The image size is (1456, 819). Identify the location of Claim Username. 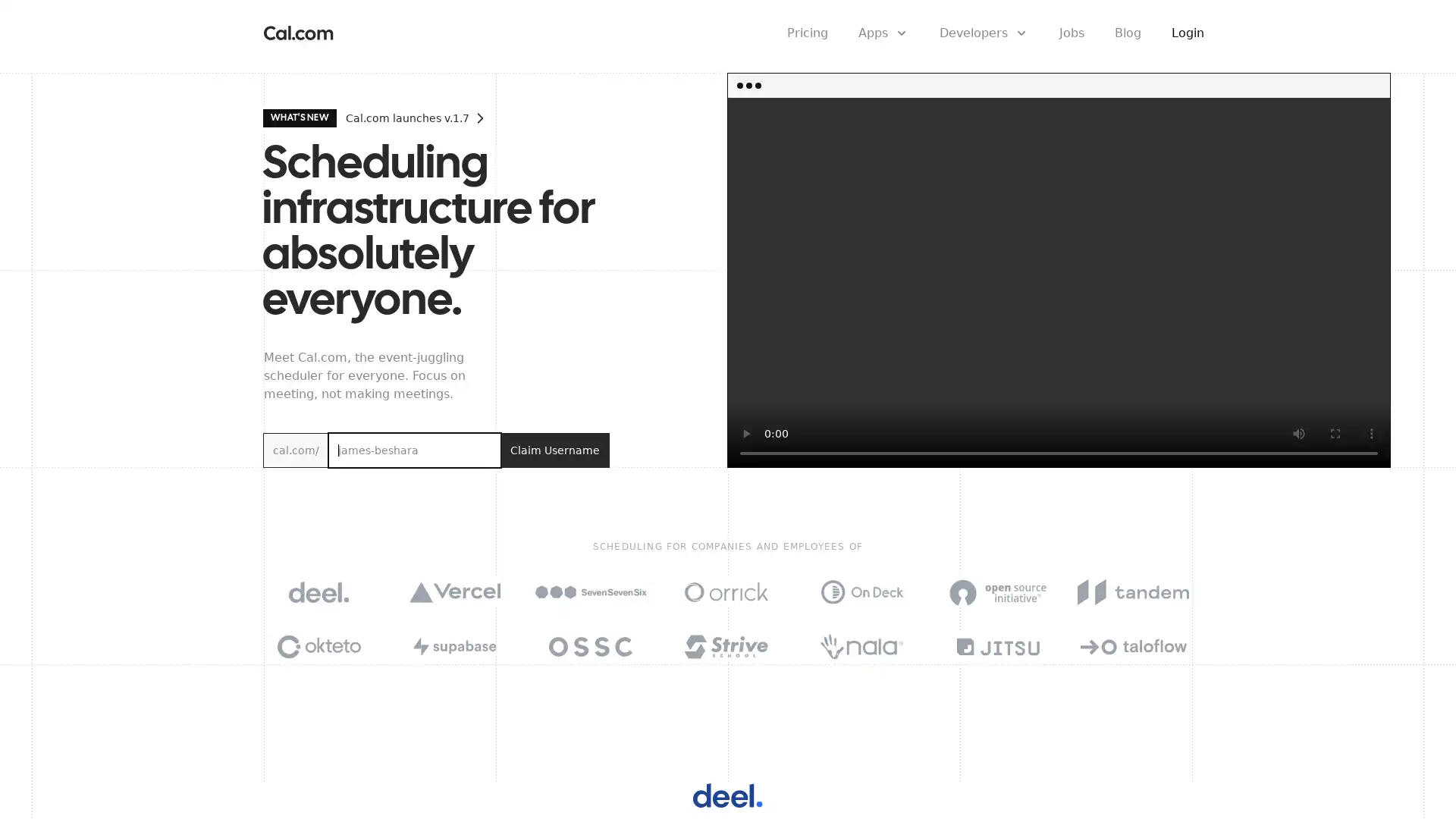
(554, 450).